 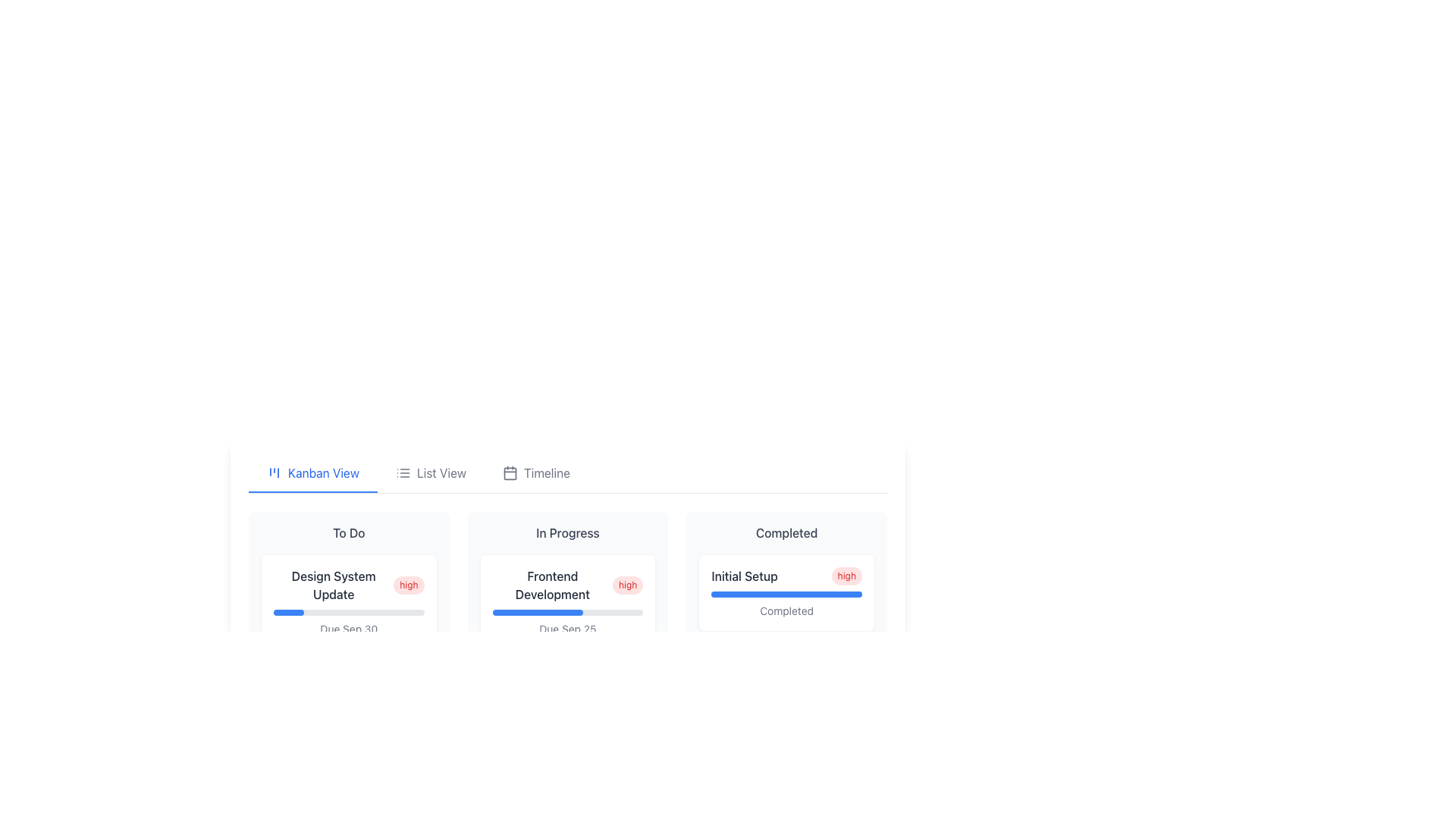 I want to click on the text displaying the due date for the task labeled 'Frontend Development', located beneath the progress bar in the 'In Progress' column, so click(x=566, y=629).